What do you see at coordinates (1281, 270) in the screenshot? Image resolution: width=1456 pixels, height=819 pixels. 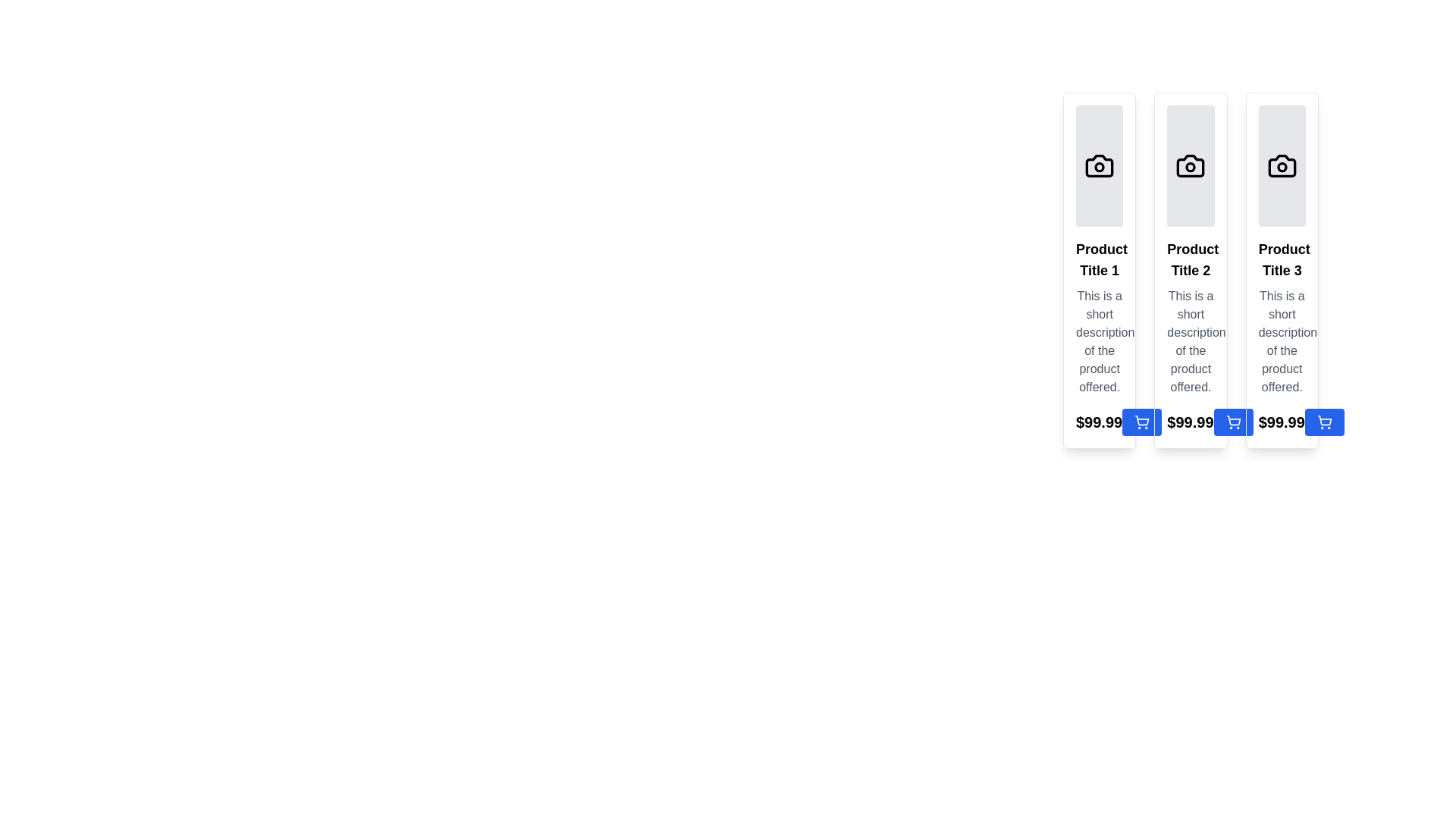 I see `the third product card in the horizontally arranged grid layout, which displays the product details including title, description, and price` at bounding box center [1281, 270].